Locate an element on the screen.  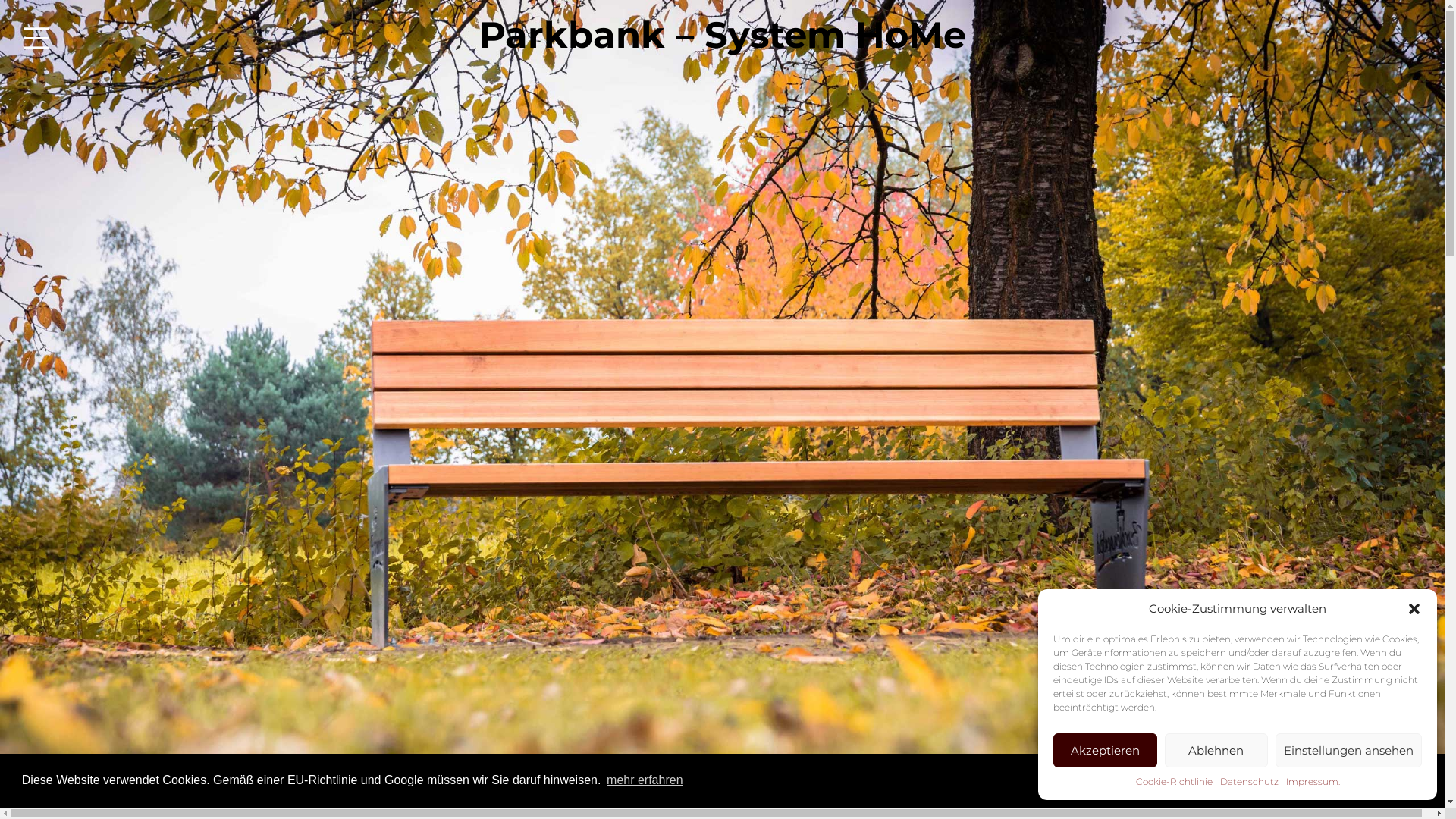
'Einstellungen ansehen' is located at coordinates (1348, 749).